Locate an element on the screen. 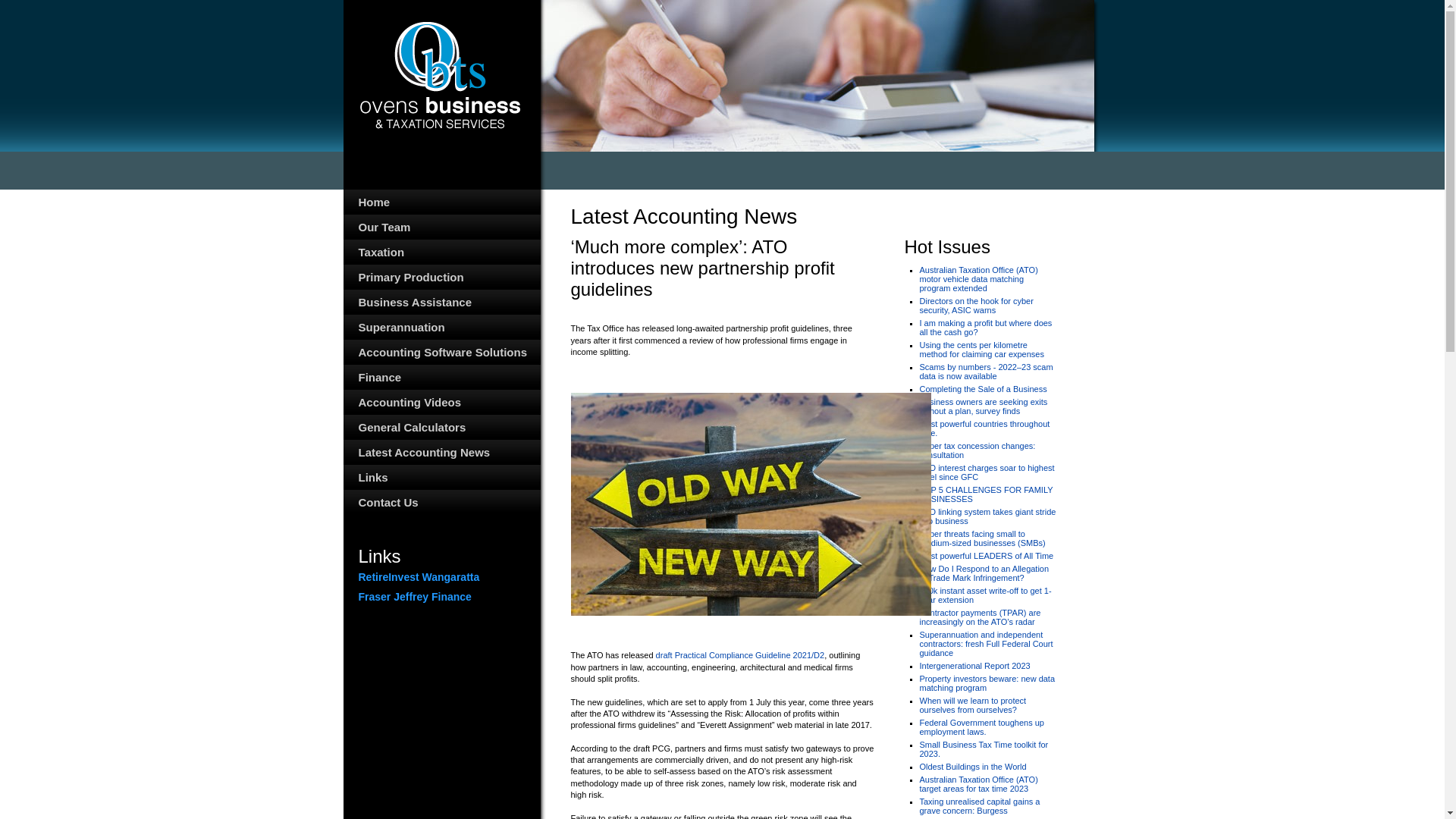  'RetireInvest Wangaratta' is located at coordinates (356, 576).